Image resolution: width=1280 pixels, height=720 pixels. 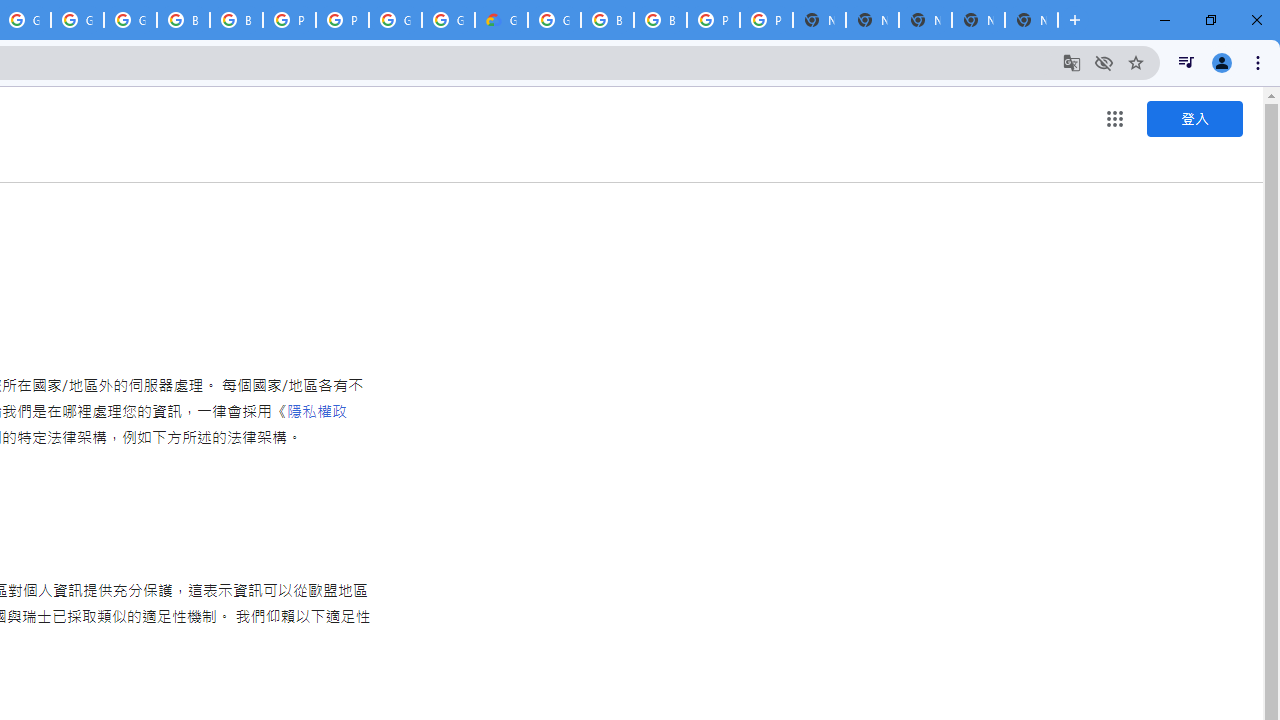 I want to click on 'Google Cloud Platform', so click(x=447, y=20).